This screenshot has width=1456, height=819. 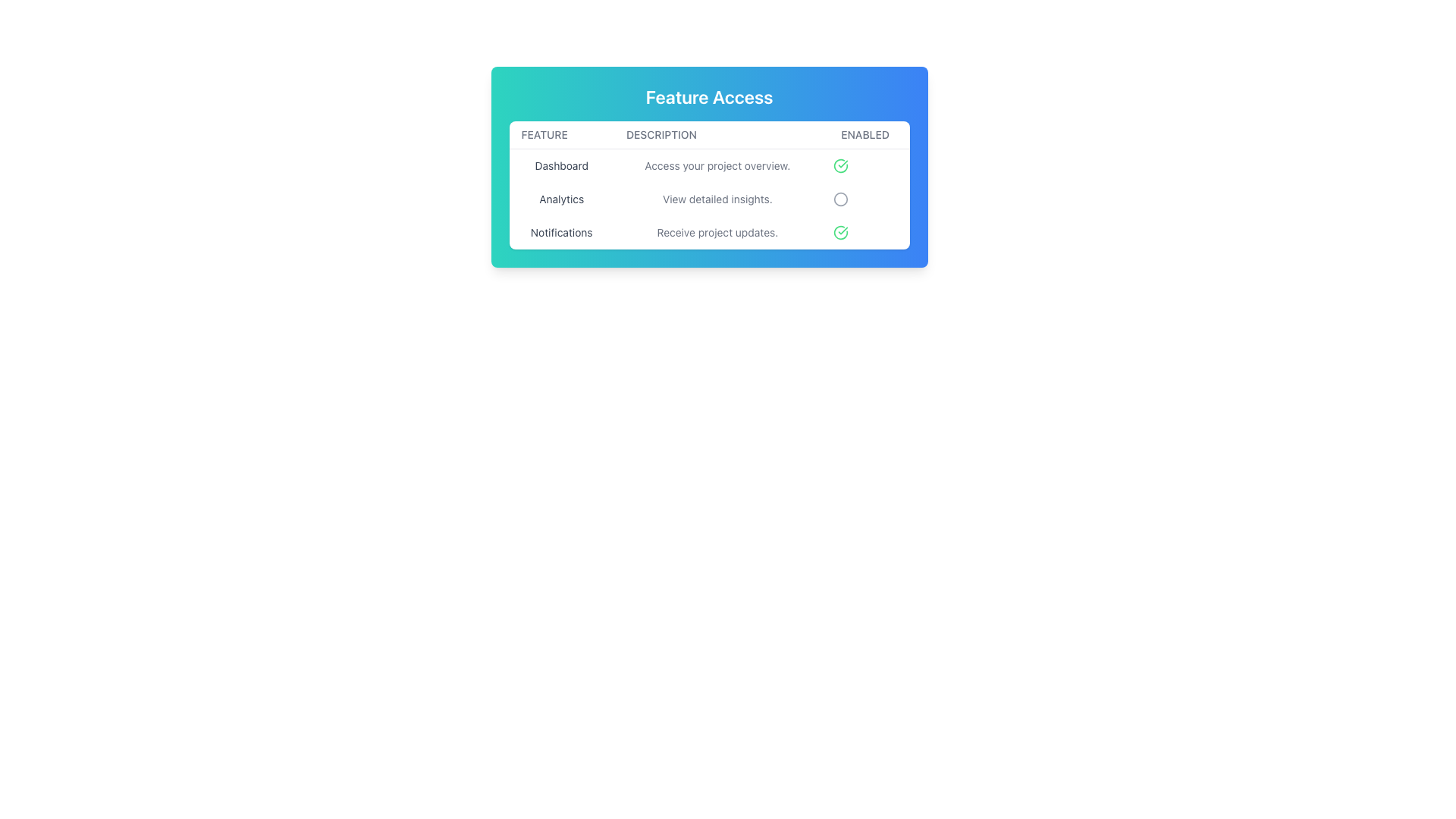 I want to click on the header label 'Feature' which is the first item in a row of three labels at the top of the table, clarifying that the subsequent rows in this column will pertain to features, so click(x=560, y=134).